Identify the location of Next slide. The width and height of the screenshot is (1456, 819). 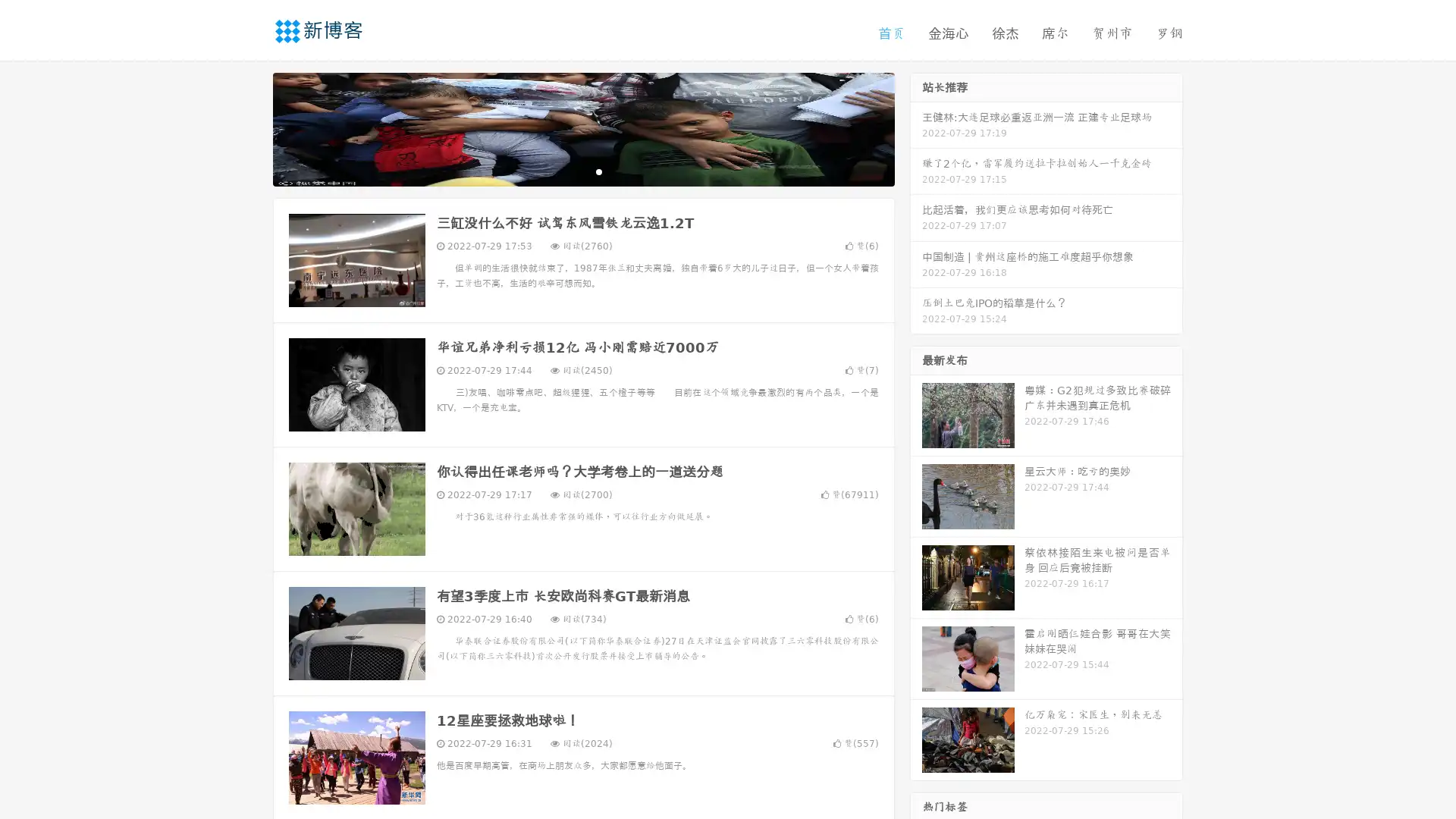
(916, 127).